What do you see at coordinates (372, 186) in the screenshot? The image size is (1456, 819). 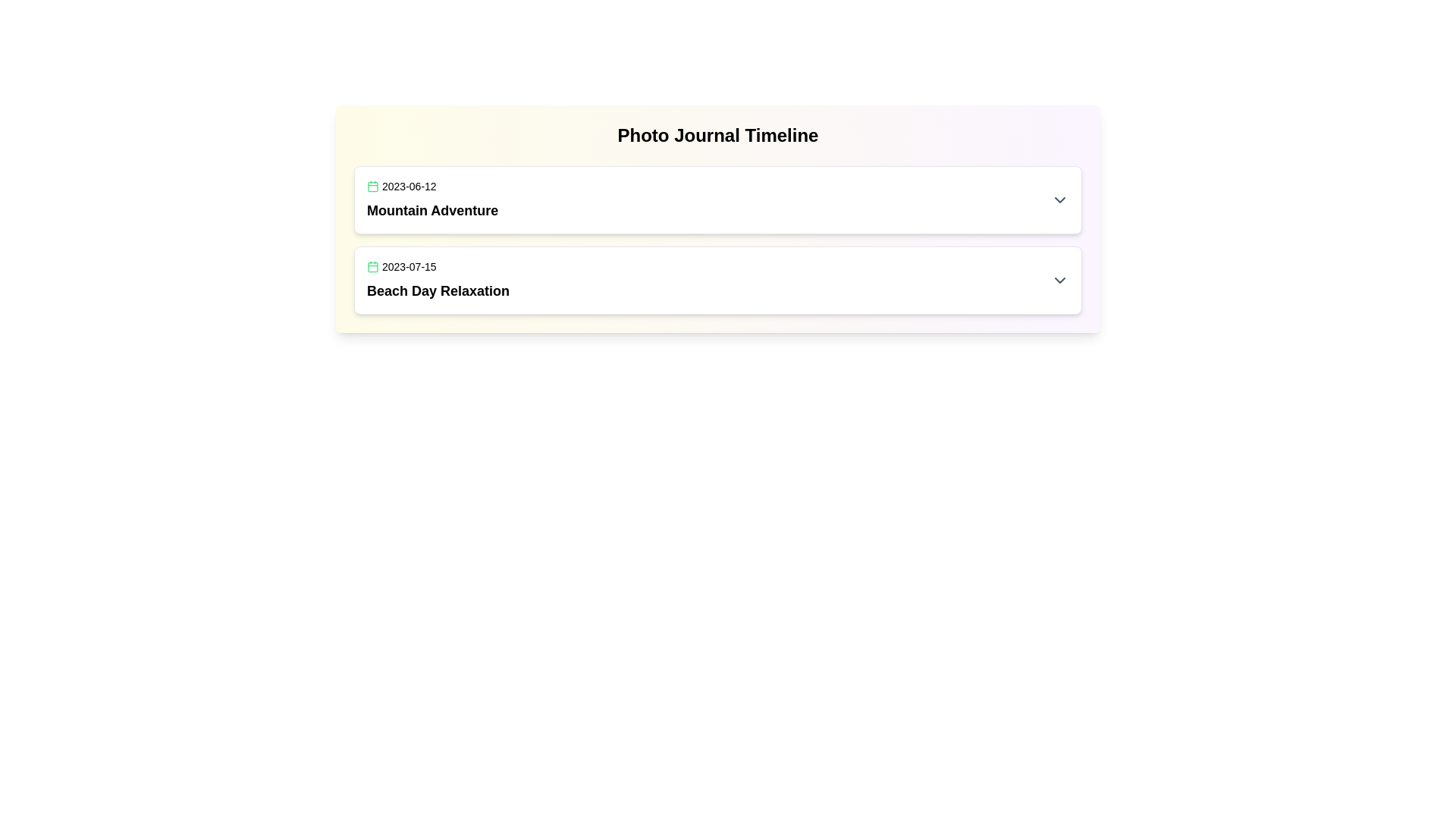 I see `the small rectangular decorative element with rounded corners, which is part of the calendar icon located to the left of the text '2023-06-12 Mountain Adventure'` at bounding box center [372, 186].